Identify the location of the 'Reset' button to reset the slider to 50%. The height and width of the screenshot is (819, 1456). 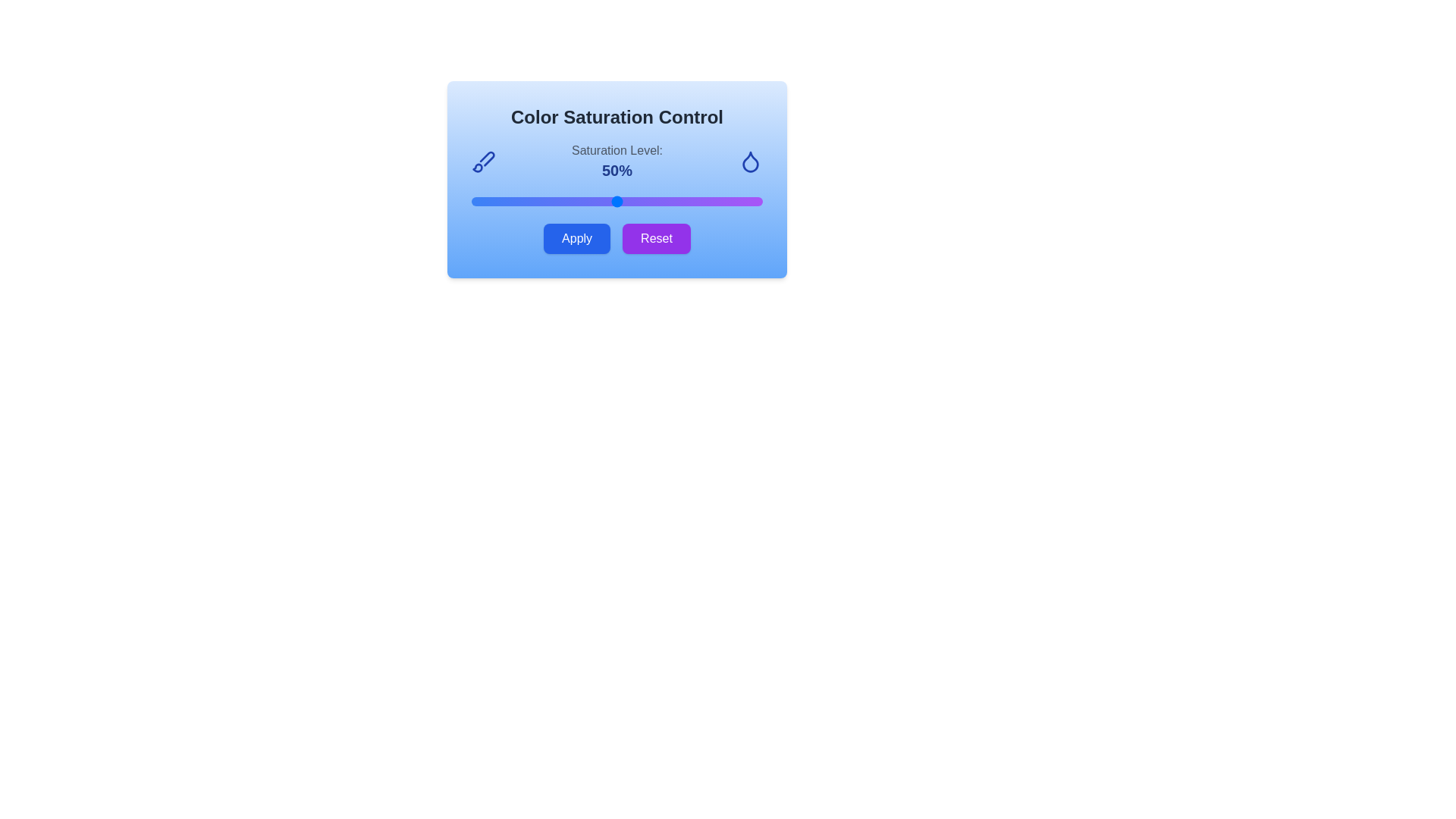
(656, 239).